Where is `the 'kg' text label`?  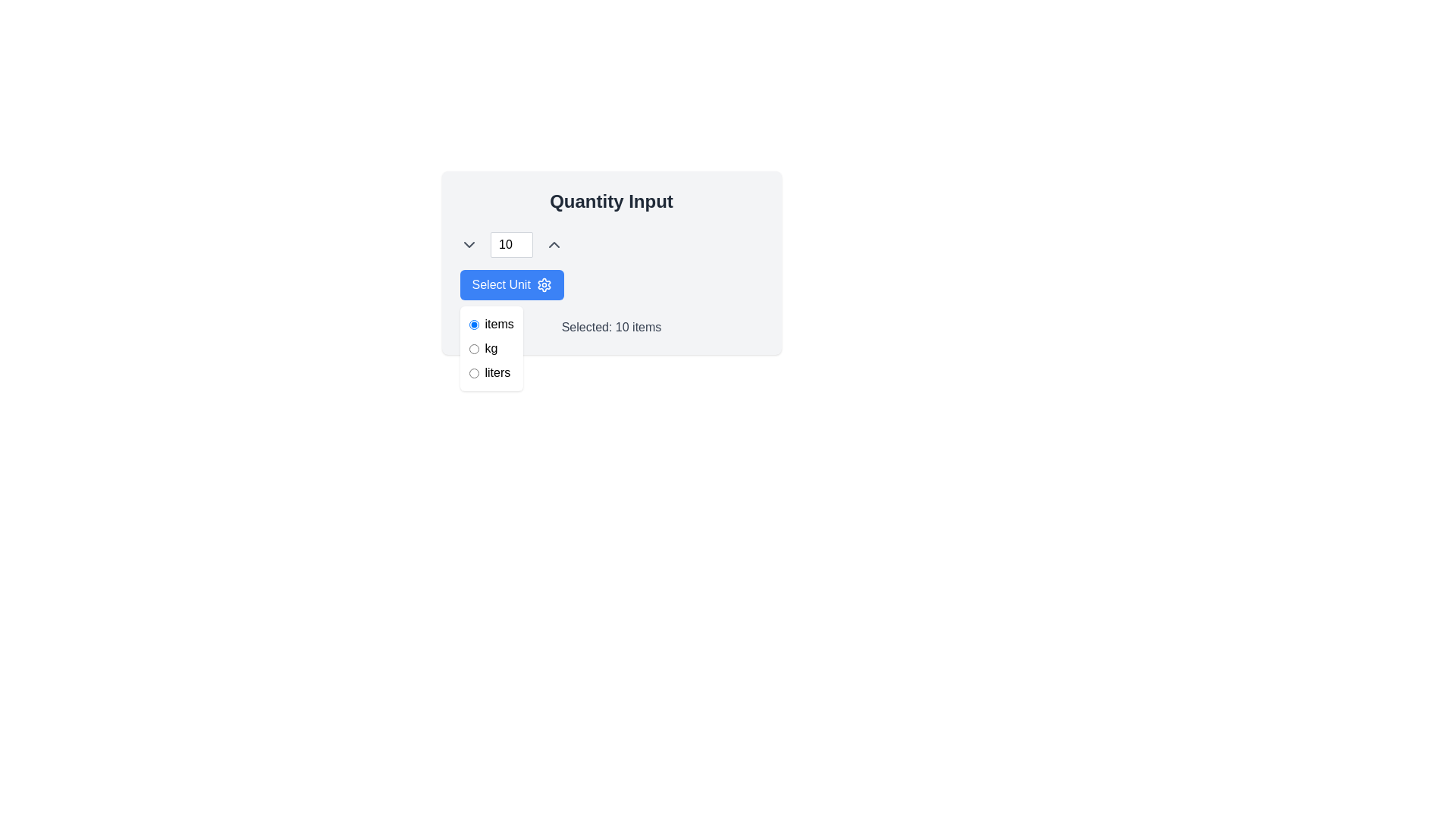
the 'kg' text label is located at coordinates (491, 348).